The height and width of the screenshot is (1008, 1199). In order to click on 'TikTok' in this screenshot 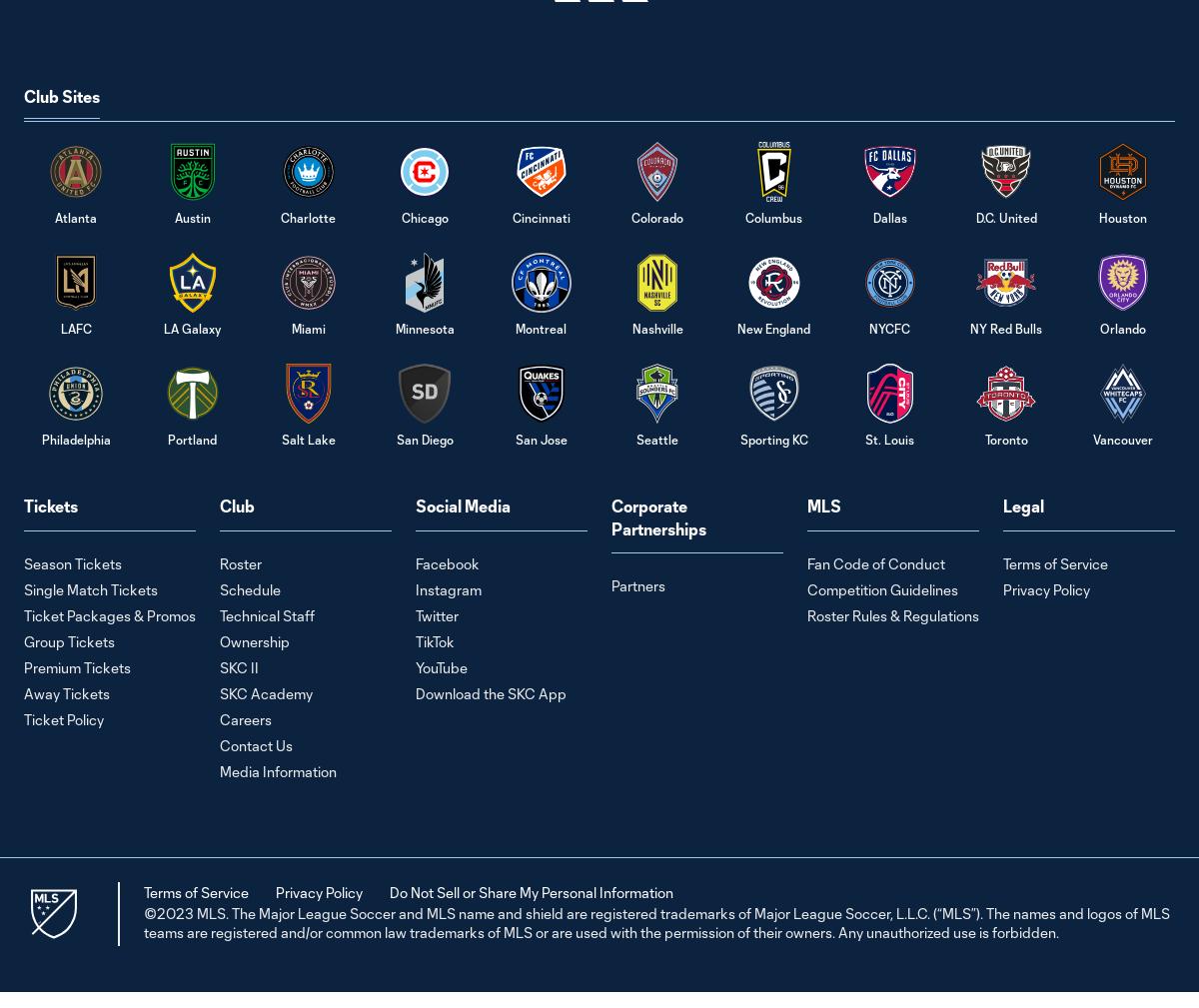, I will do `click(435, 640)`.